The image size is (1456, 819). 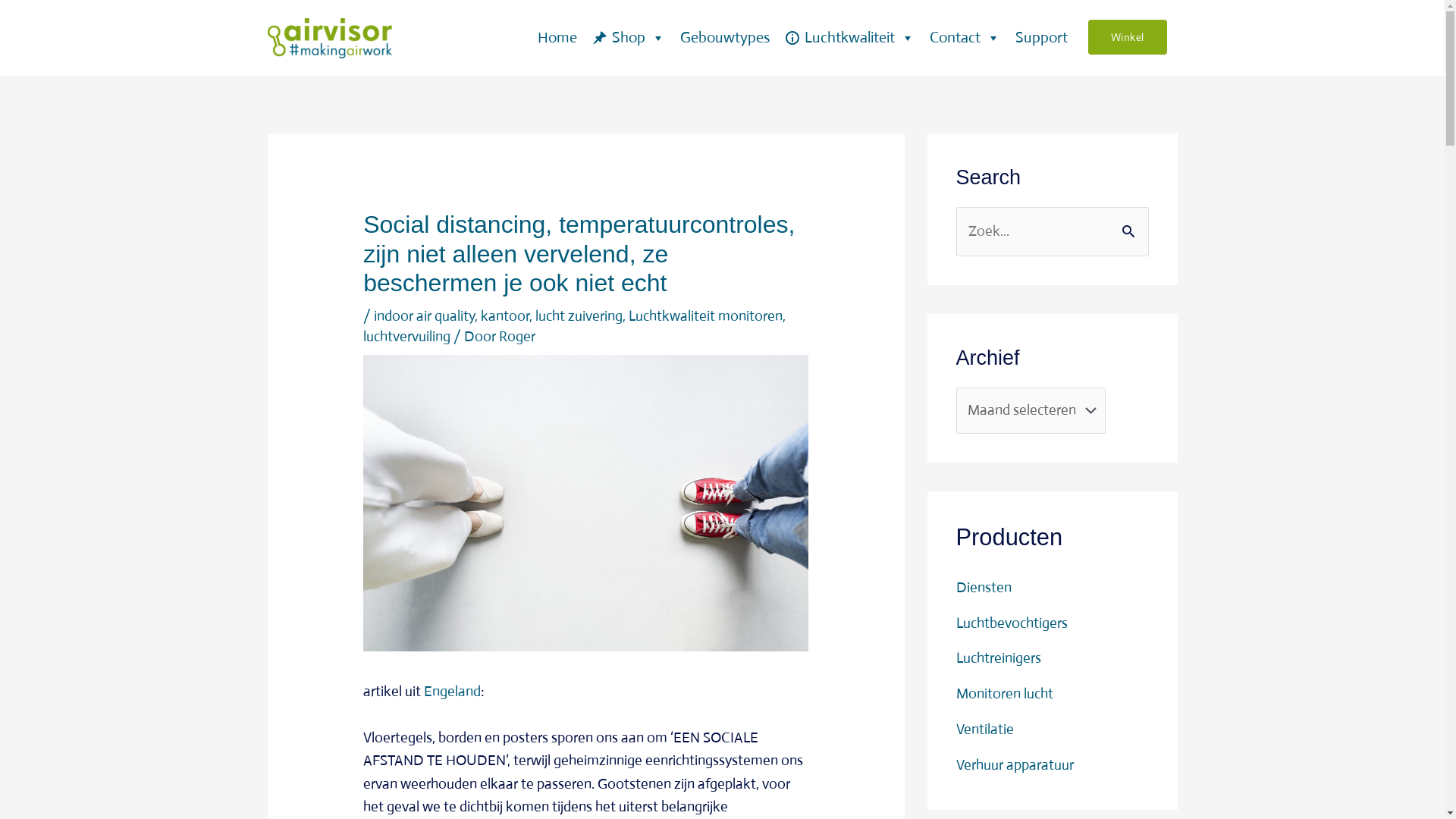 What do you see at coordinates (1014, 764) in the screenshot?
I see `'Verhuur apparatuur'` at bounding box center [1014, 764].